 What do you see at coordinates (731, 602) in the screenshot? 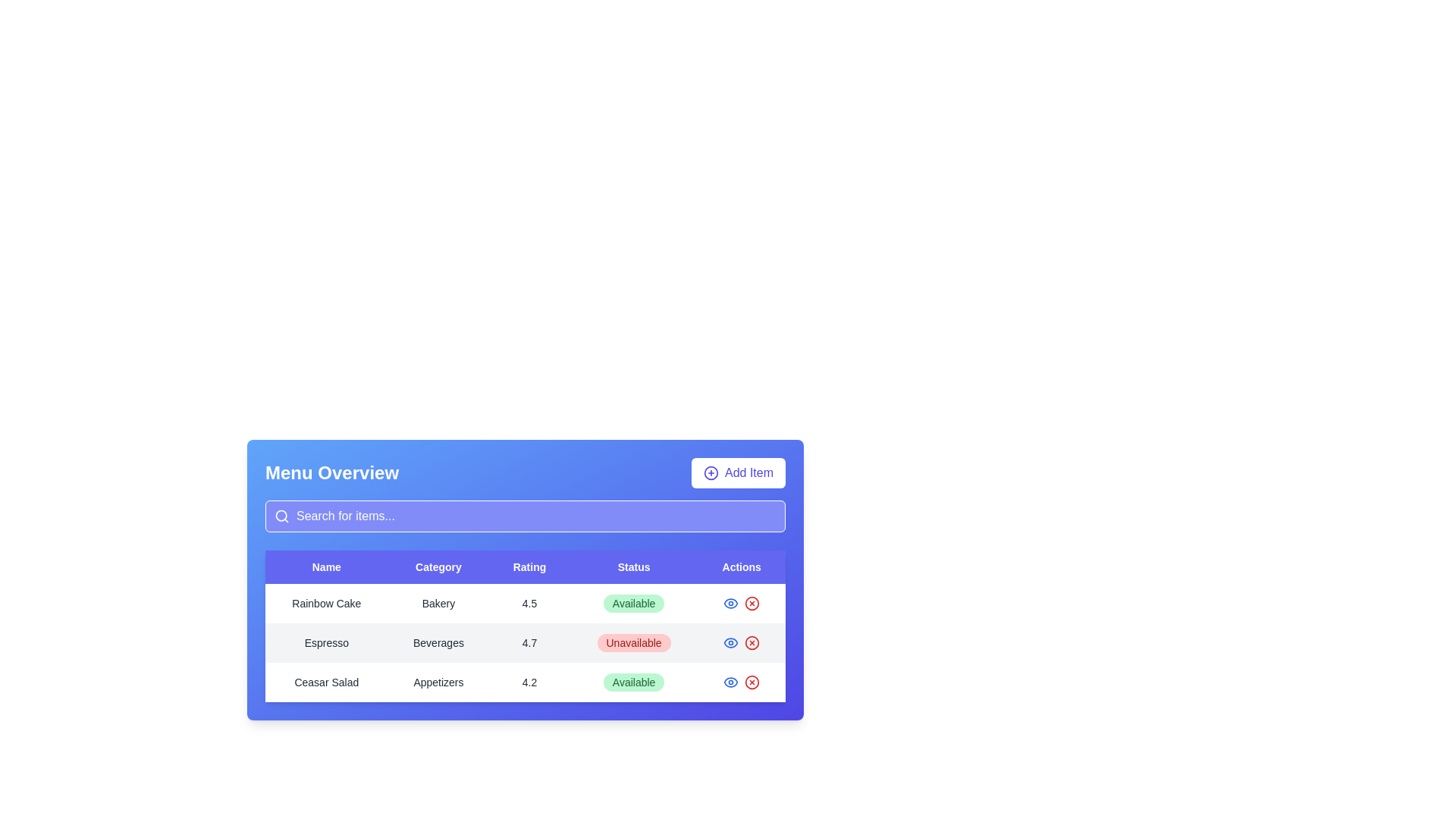
I see `the open eye icon button in the 'Actions' column of the second row` at bounding box center [731, 602].